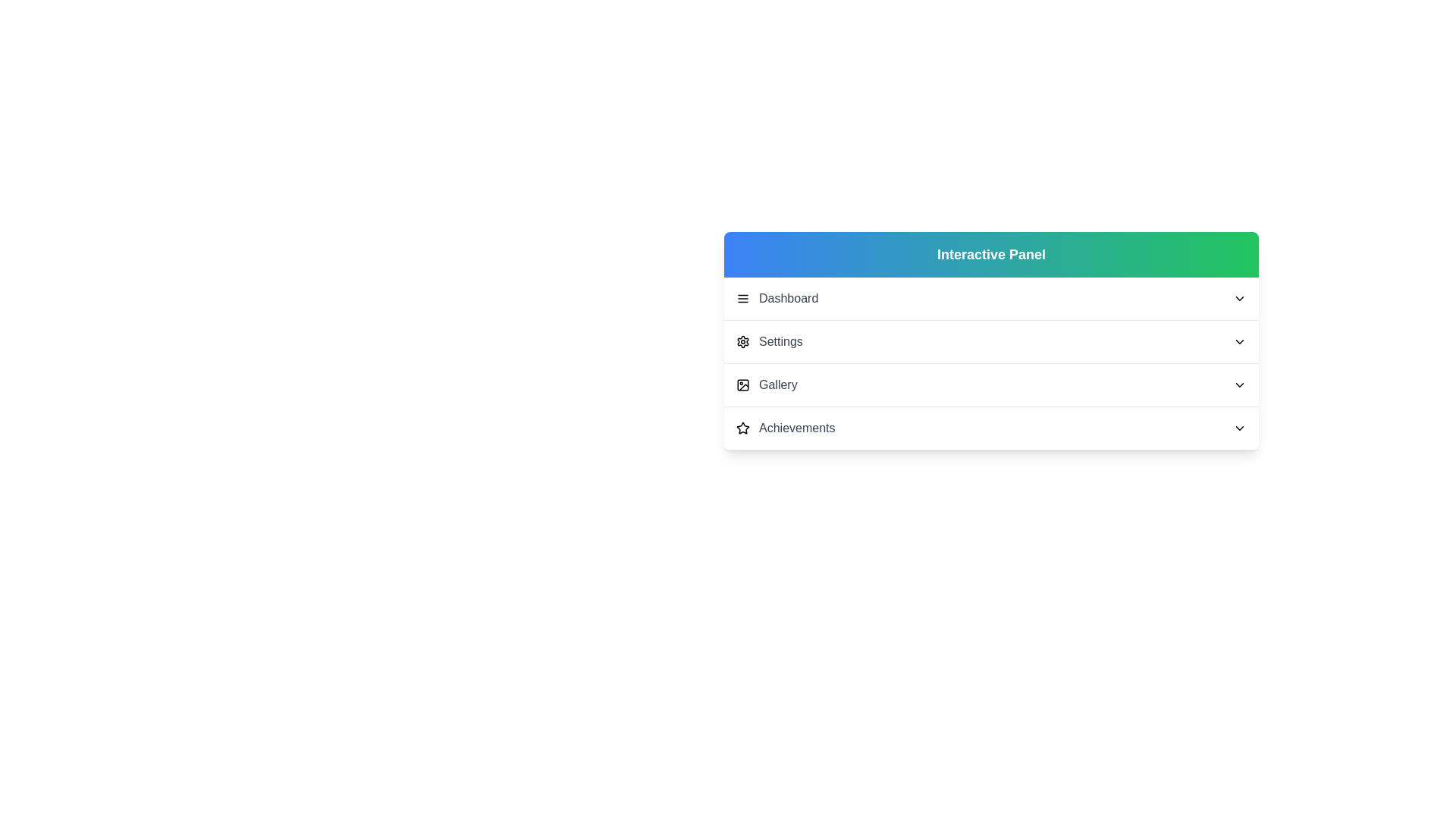 Image resolution: width=1456 pixels, height=819 pixels. What do you see at coordinates (796, 428) in the screenshot?
I see `the 'Achievements' text label, which is located at the bottom of a vertical list within a menu panel, aligned to the right of a star-shaped icon` at bounding box center [796, 428].